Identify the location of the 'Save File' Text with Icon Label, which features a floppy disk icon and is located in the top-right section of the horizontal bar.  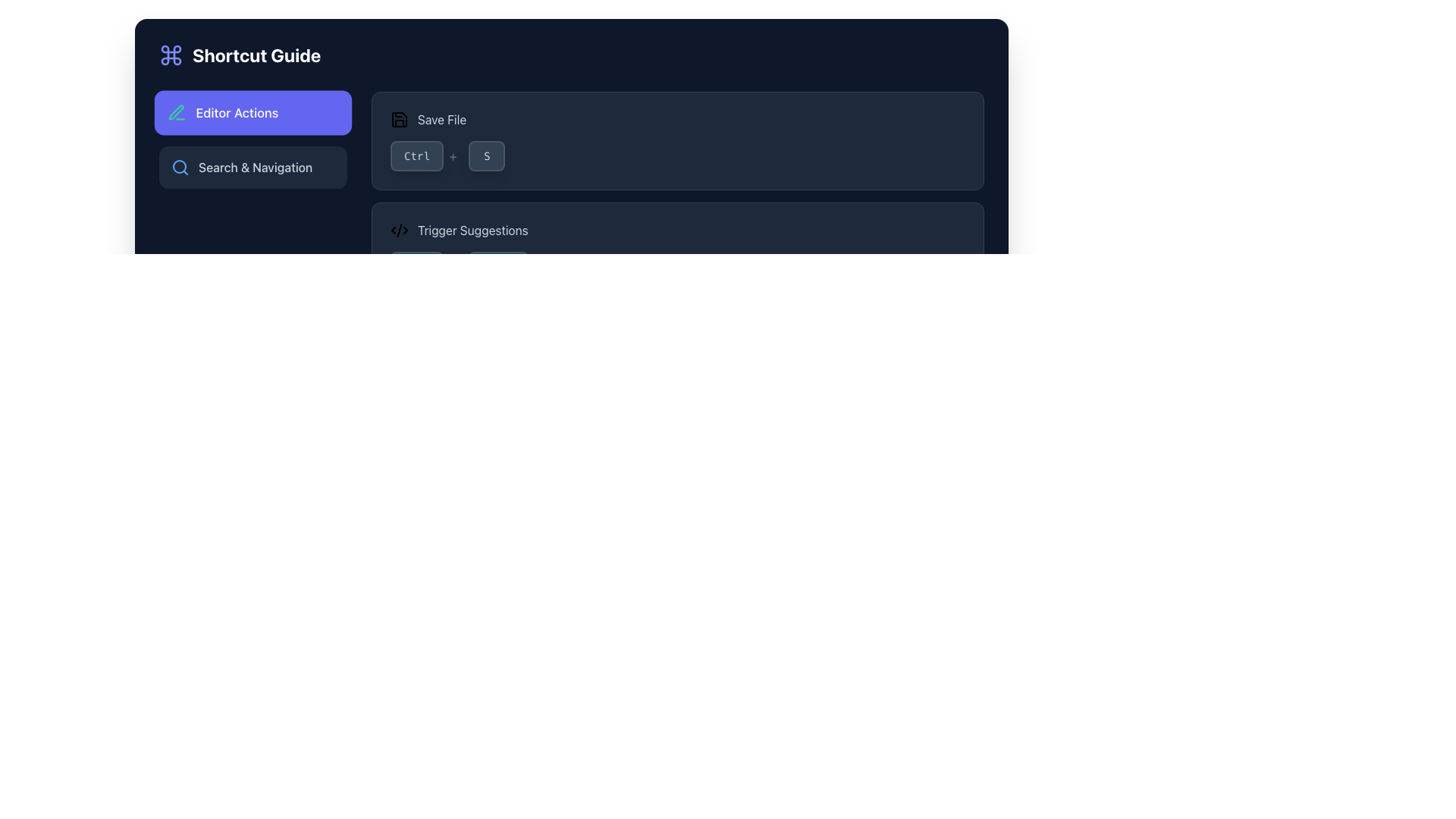
(428, 119).